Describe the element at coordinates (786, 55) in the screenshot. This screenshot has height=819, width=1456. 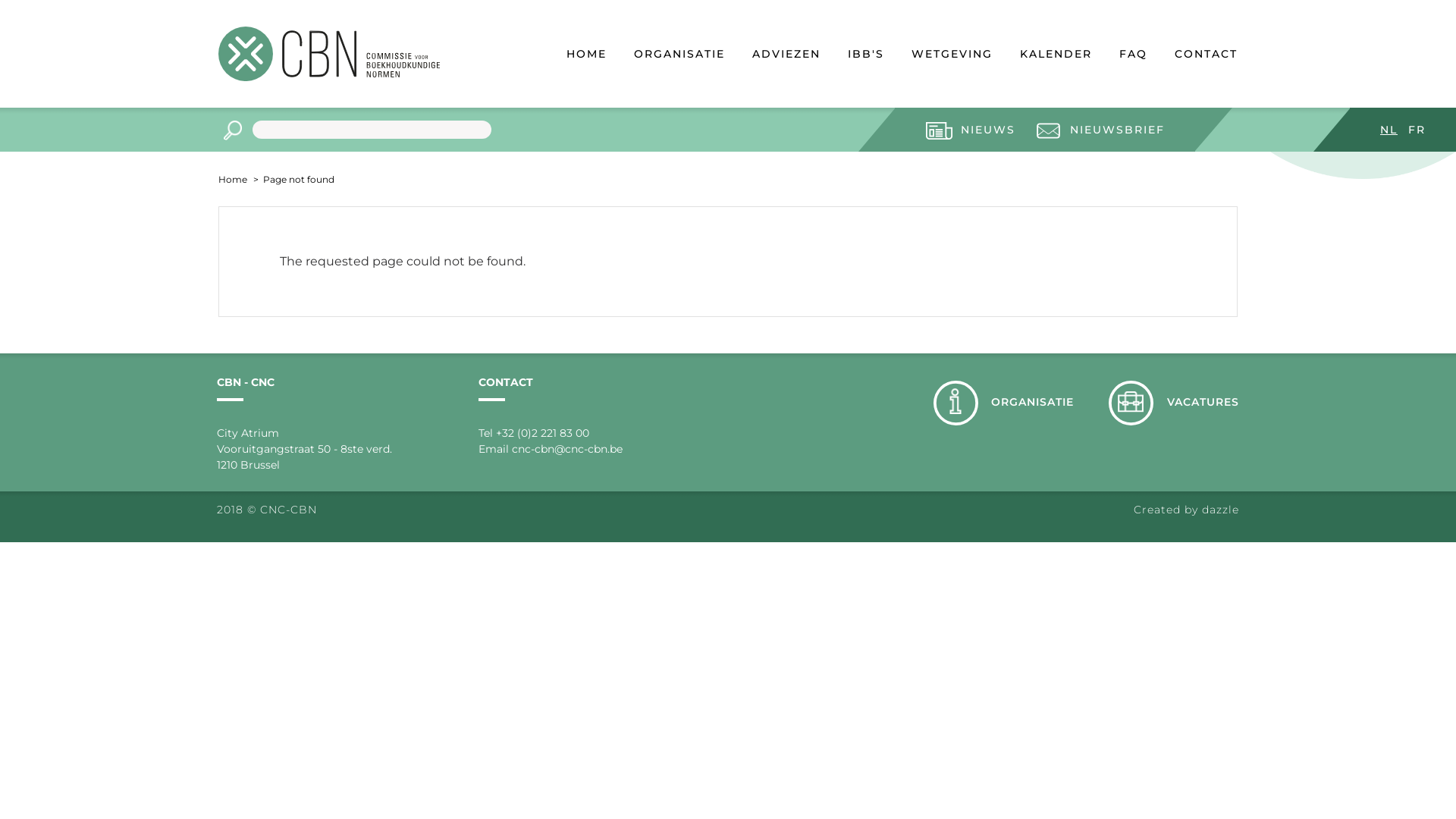
I see `'ADVIEZEN'` at that location.